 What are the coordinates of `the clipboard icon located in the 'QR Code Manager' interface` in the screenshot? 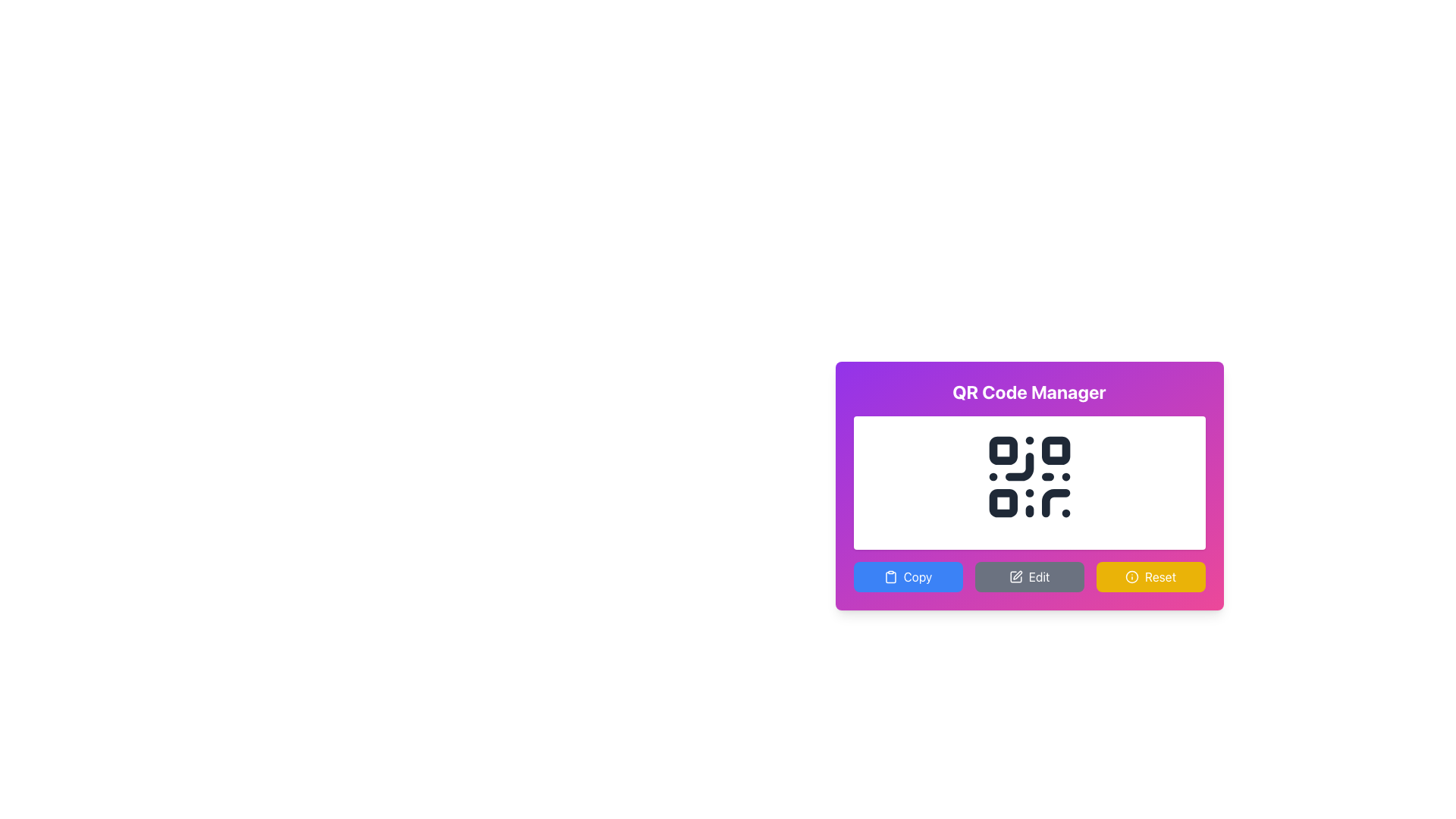 It's located at (890, 577).